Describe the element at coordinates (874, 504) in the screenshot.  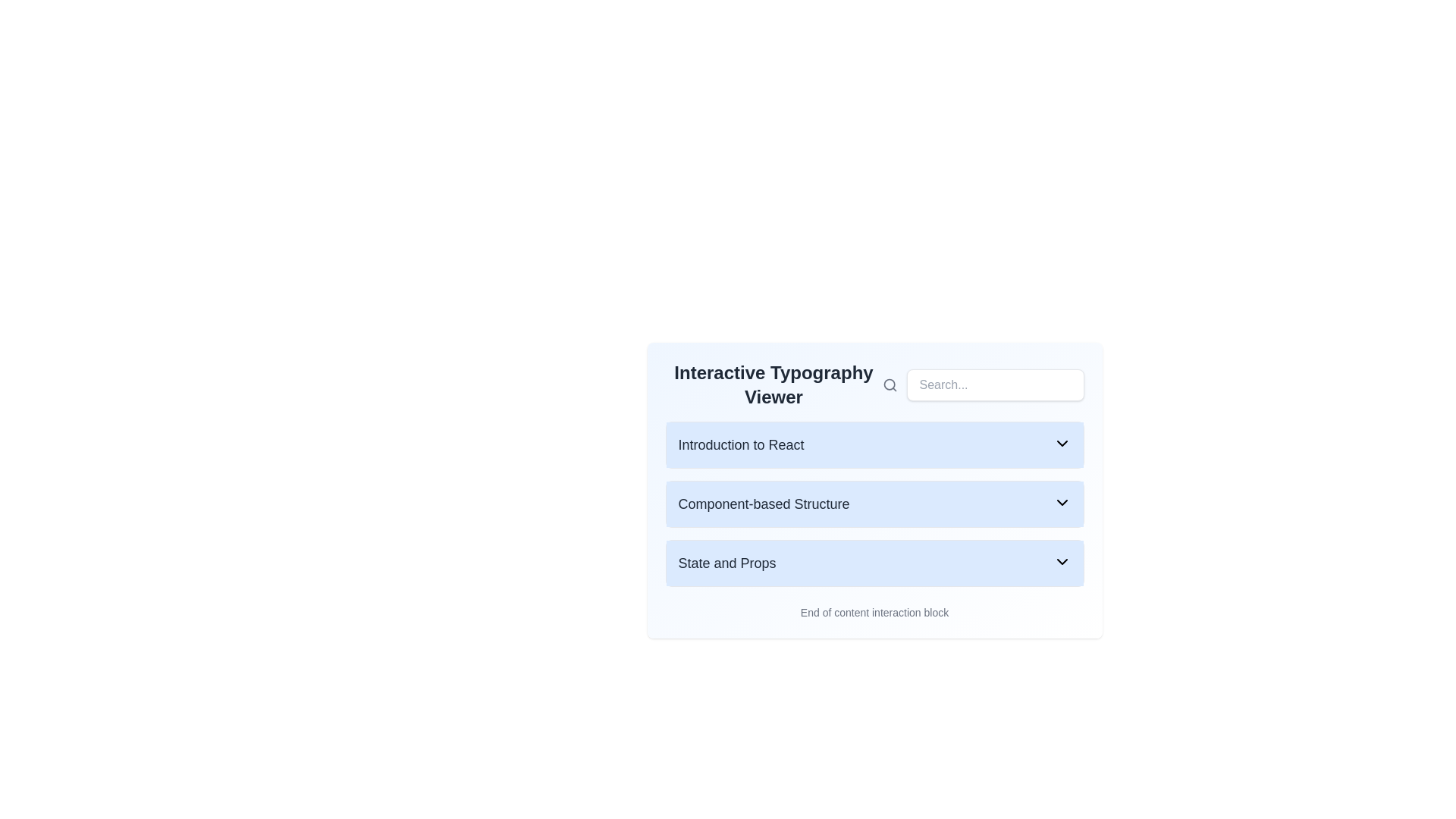
I see `the expandable list item labeled 'Component-based Structure'` at that location.